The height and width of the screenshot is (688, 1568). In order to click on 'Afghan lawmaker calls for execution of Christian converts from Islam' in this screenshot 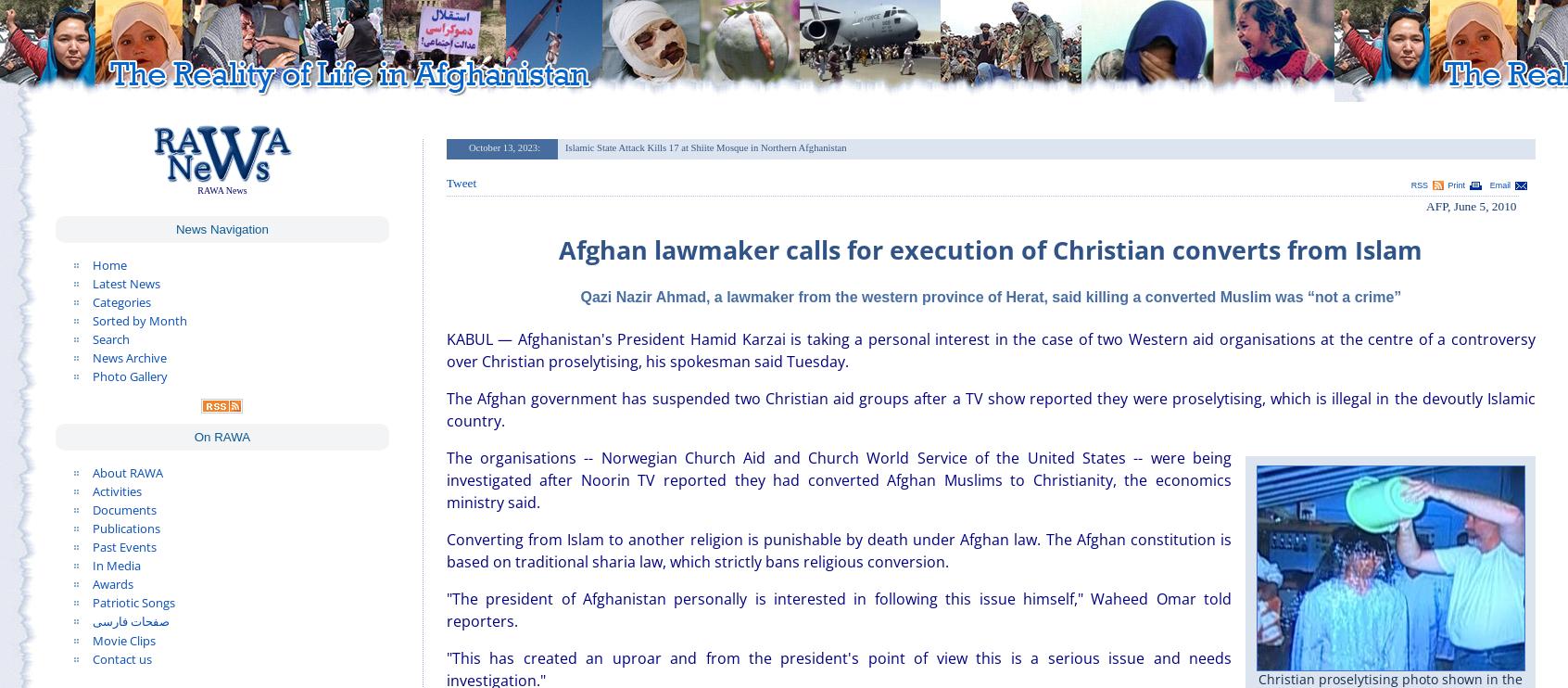, I will do `click(991, 248)`.